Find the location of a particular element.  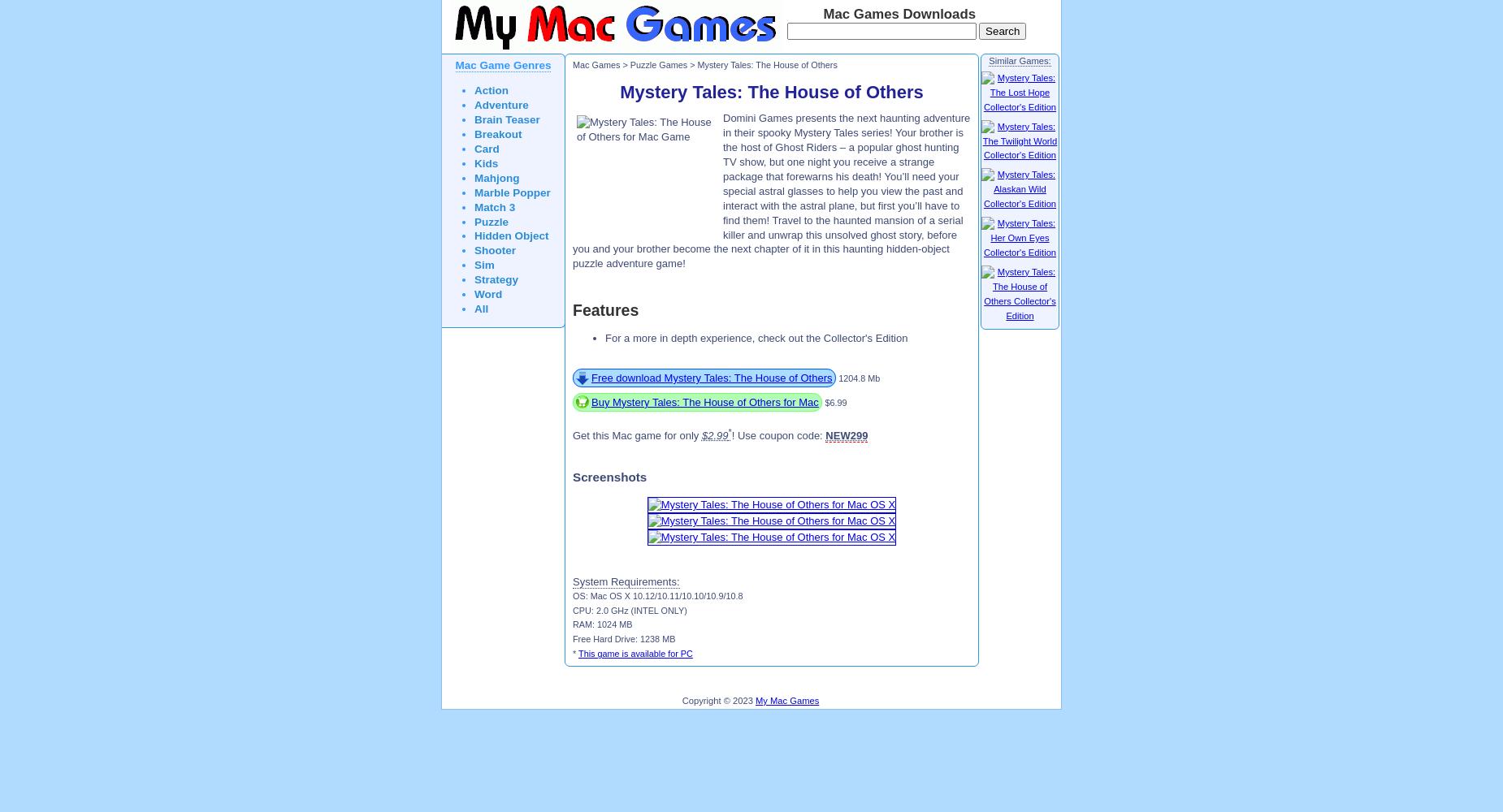

'$2.99' is located at coordinates (714, 435).